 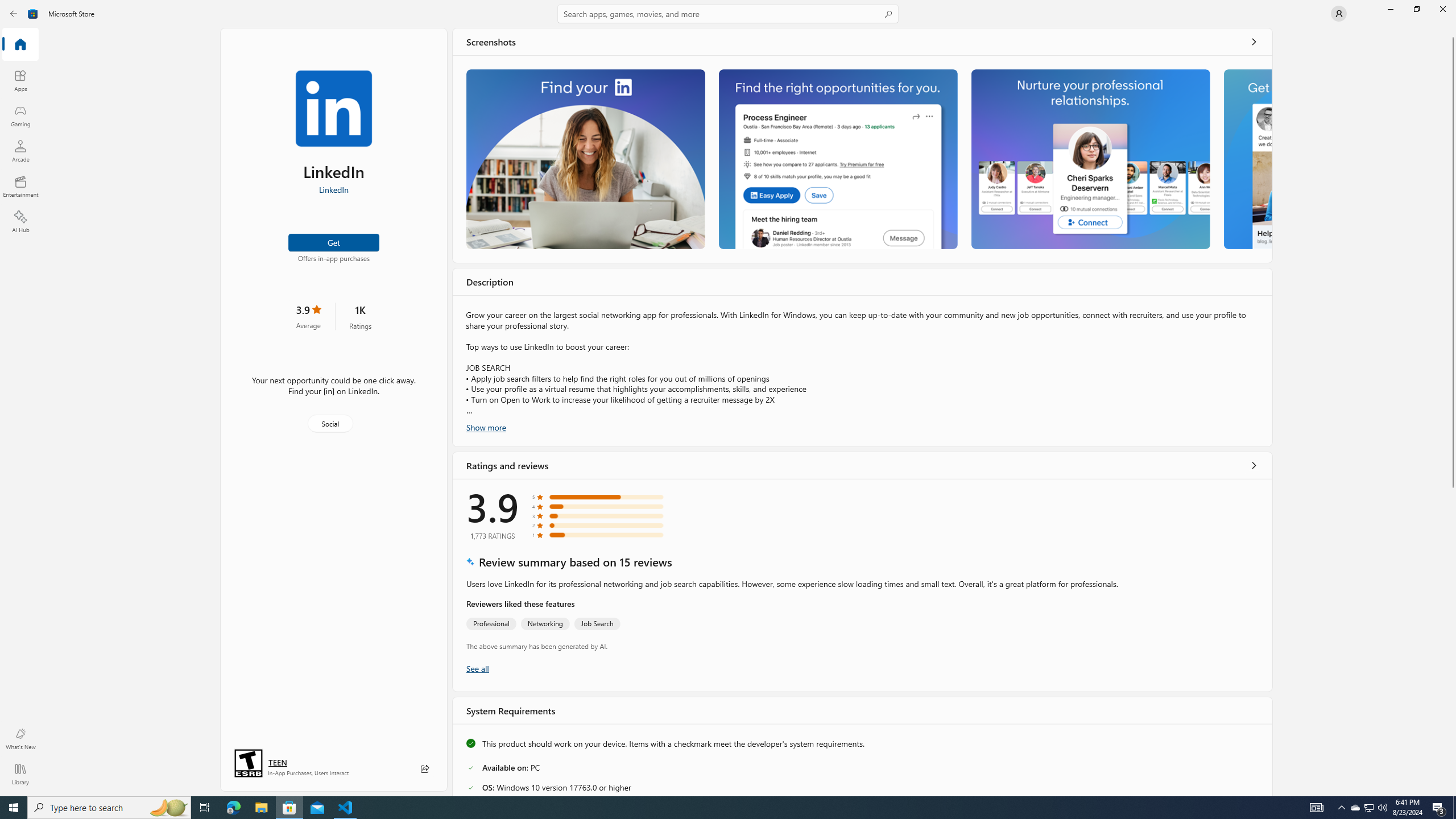 What do you see at coordinates (485, 427) in the screenshot?
I see `'Show more'` at bounding box center [485, 427].